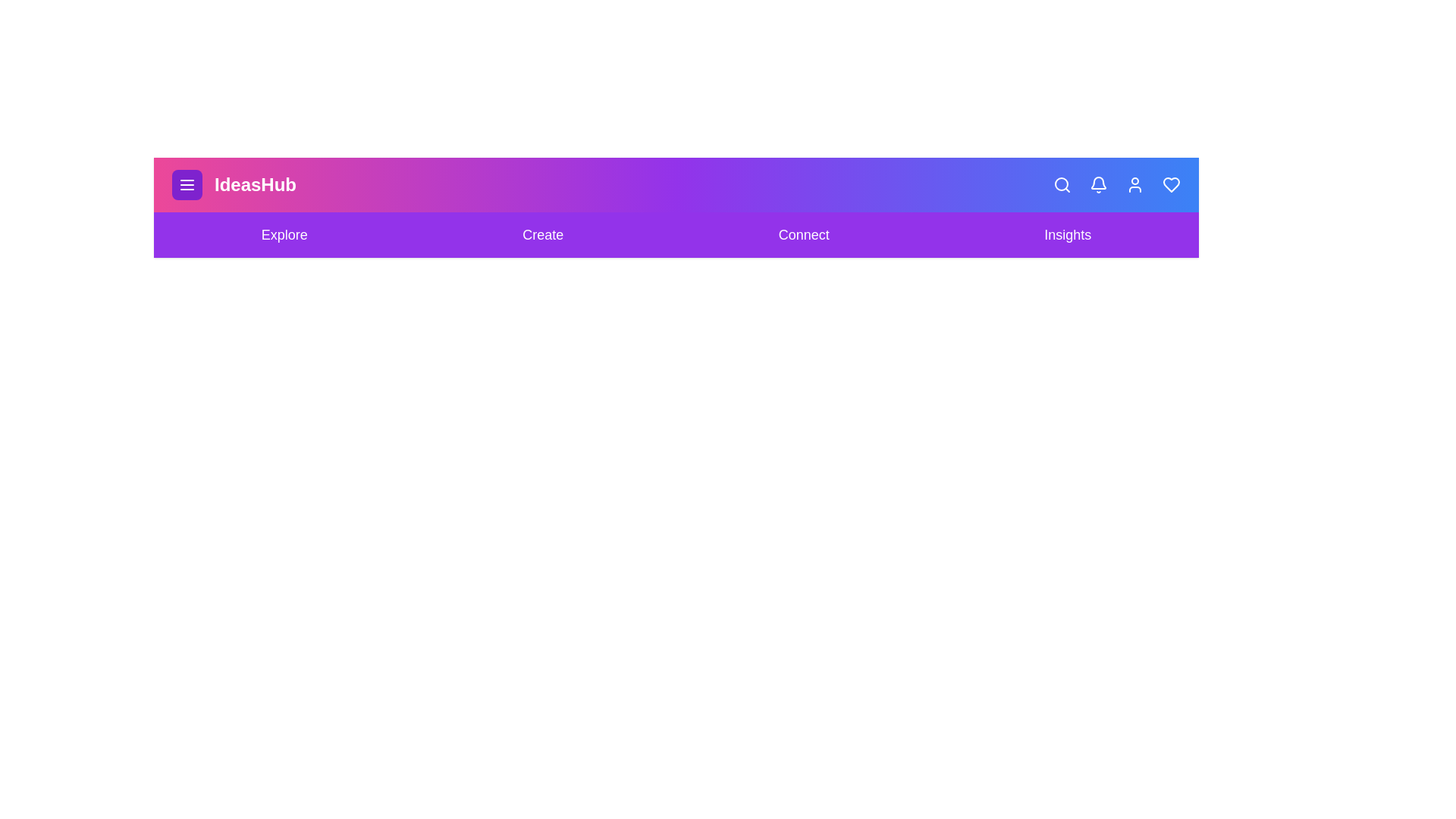 The width and height of the screenshot is (1456, 819). Describe the element at coordinates (1062, 184) in the screenshot. I see `the Search icon in the app bar` at that location.